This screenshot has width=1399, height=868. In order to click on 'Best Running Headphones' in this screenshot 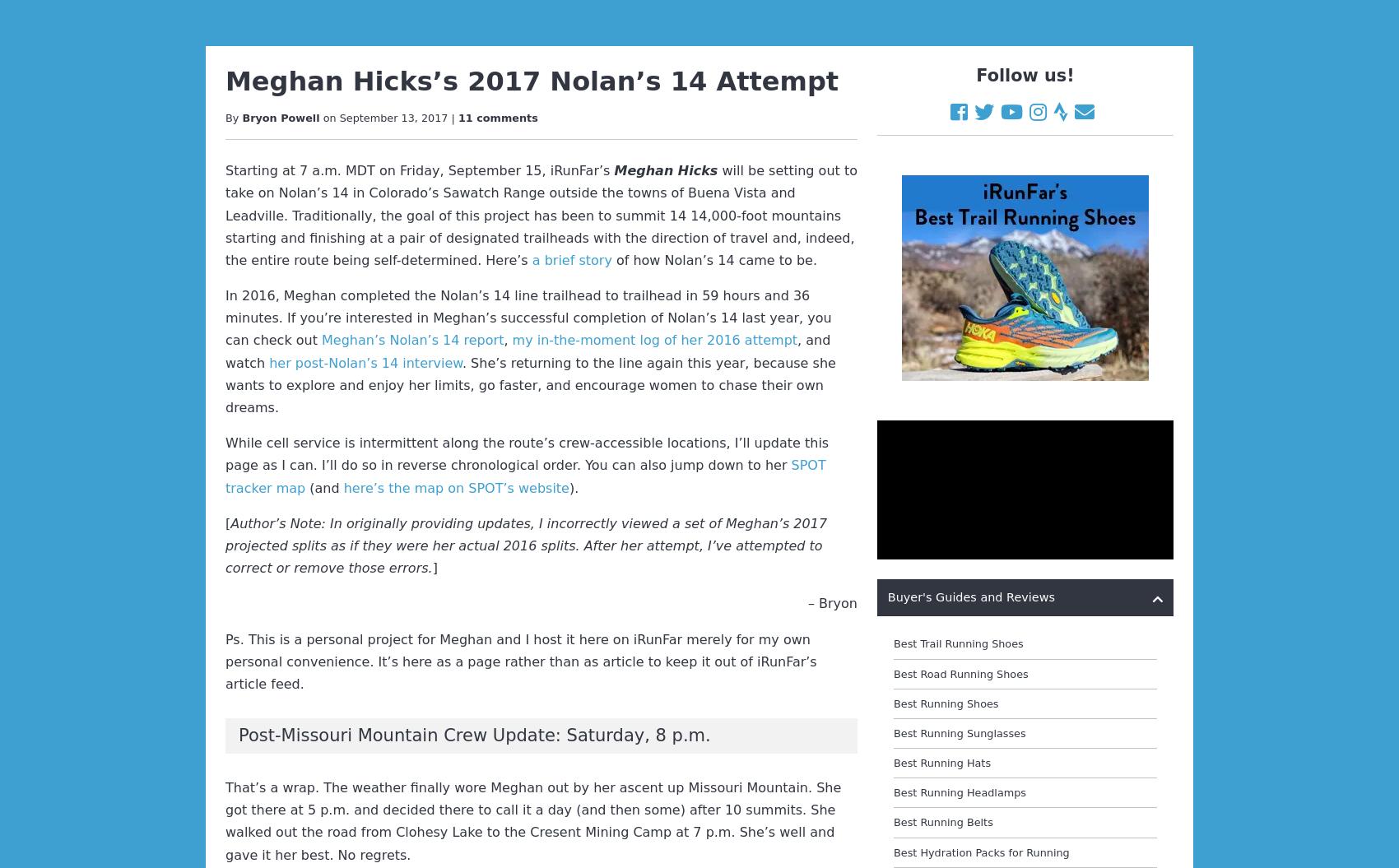, I will do `click(962, 585)`.